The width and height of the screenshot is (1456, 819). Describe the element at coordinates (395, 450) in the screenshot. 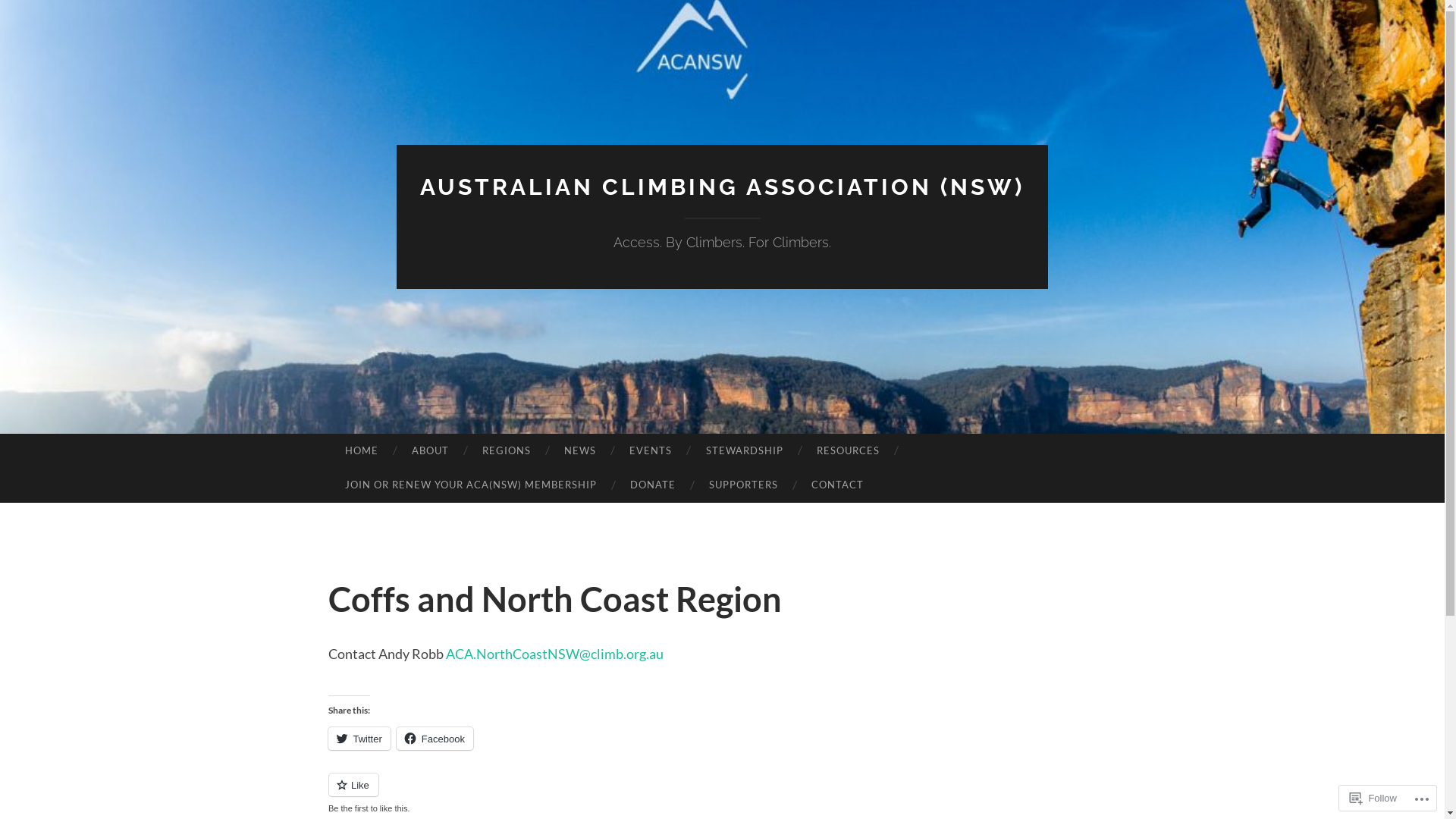

I see `'ABOUT'` at that location.